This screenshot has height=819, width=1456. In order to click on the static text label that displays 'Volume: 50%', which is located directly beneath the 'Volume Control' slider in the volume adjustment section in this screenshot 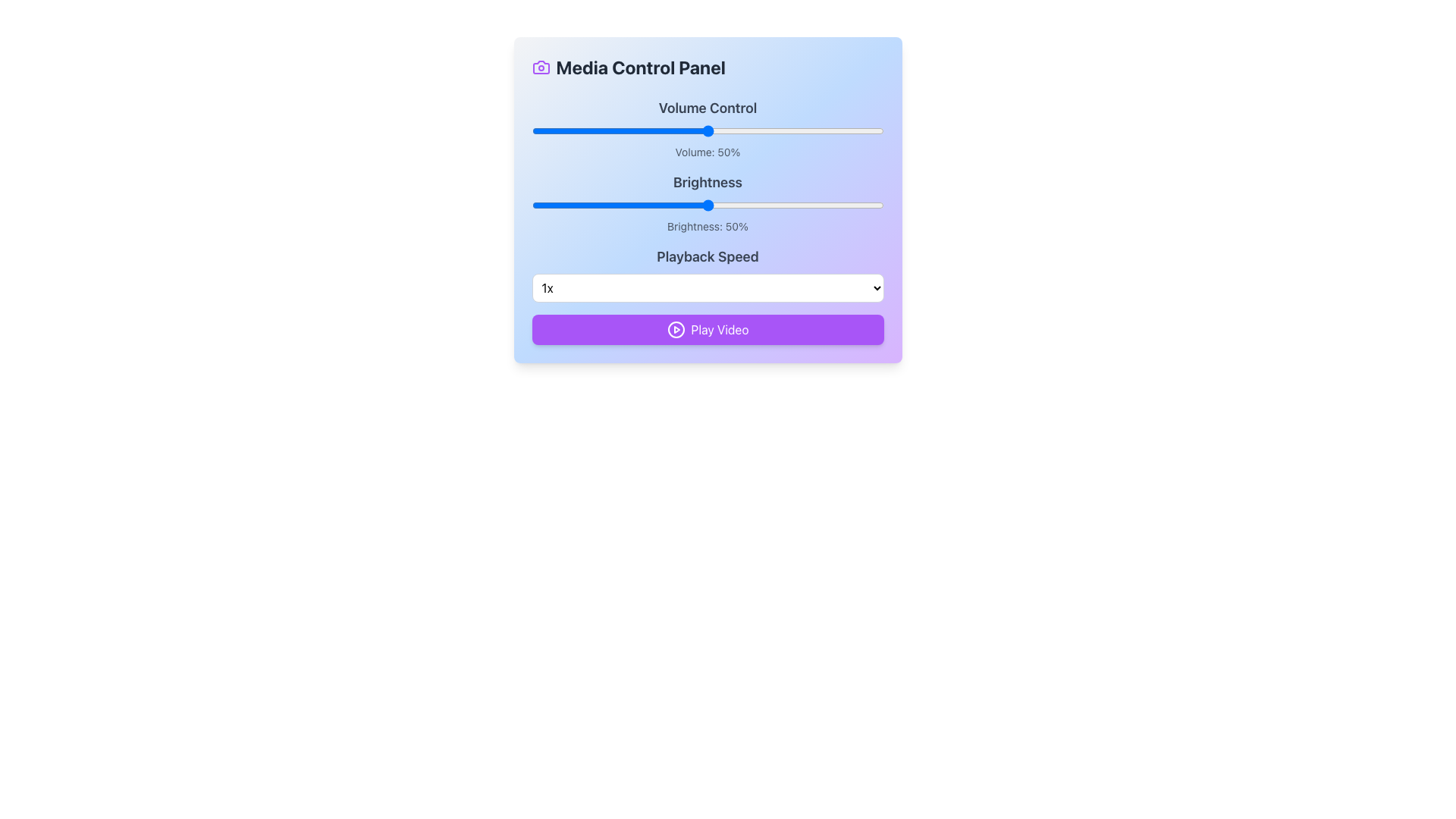, I will do `click(707, 152)`.